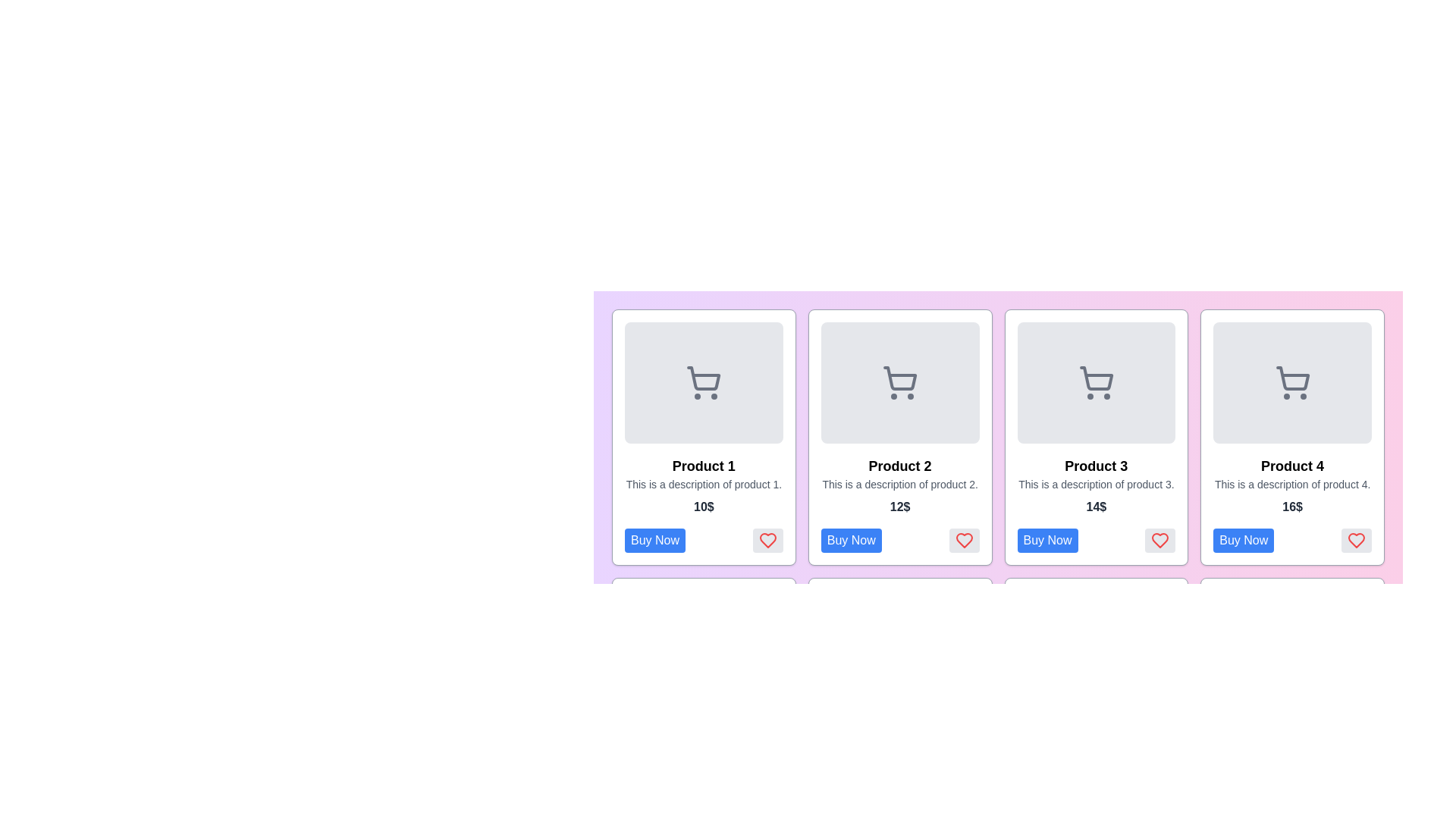 The height and width of the screenshot is (819, 1456). What do you see at coordinates (703, 382) in the screenshot?
I see `the shopping cart icon, which is a simplistic, line-based design in gray color, located at the top of the first product display in a grid layout` at bounding box center [703, 382].